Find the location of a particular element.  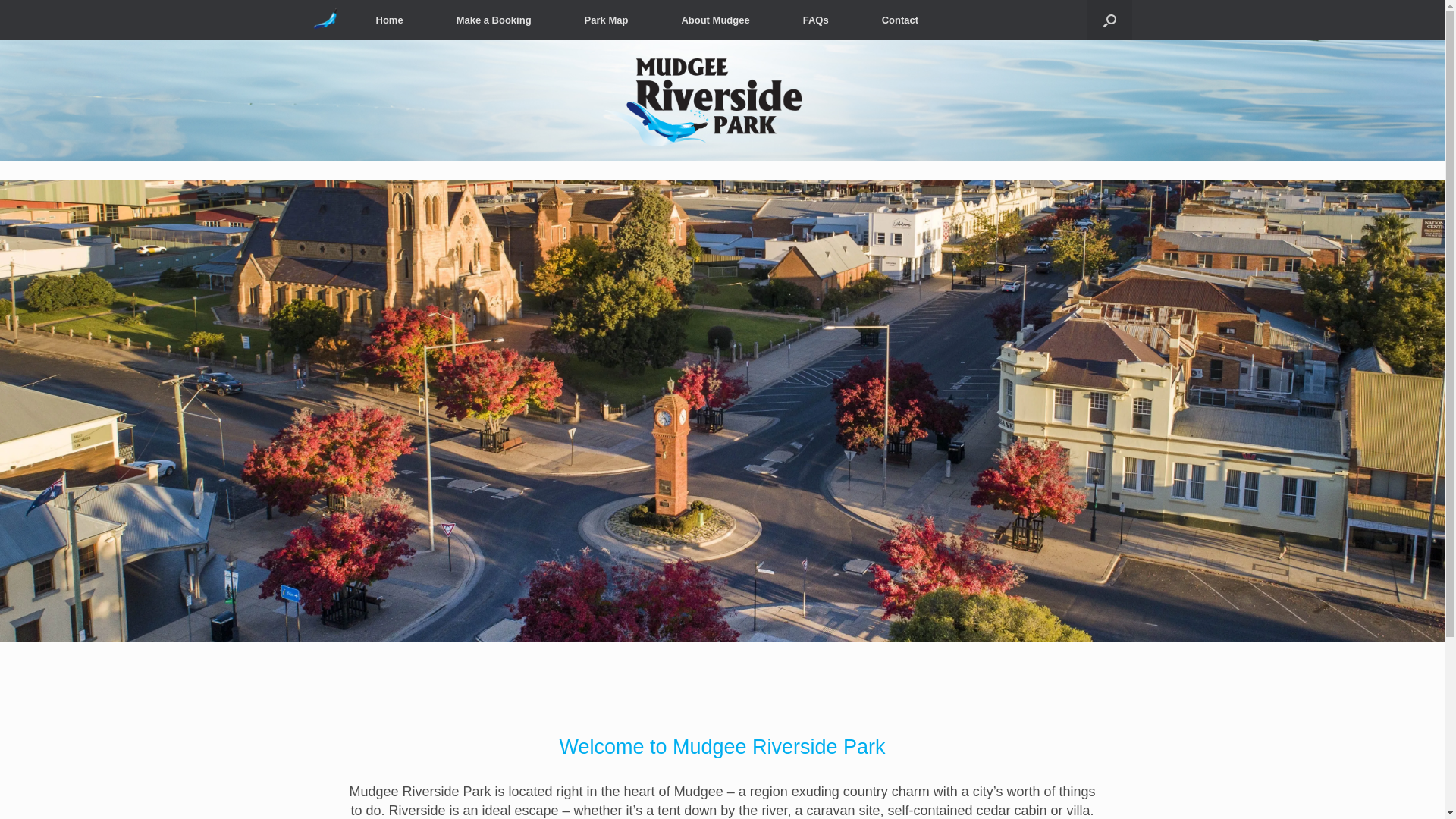

'FAQs' is located at coordinates (776, 20).